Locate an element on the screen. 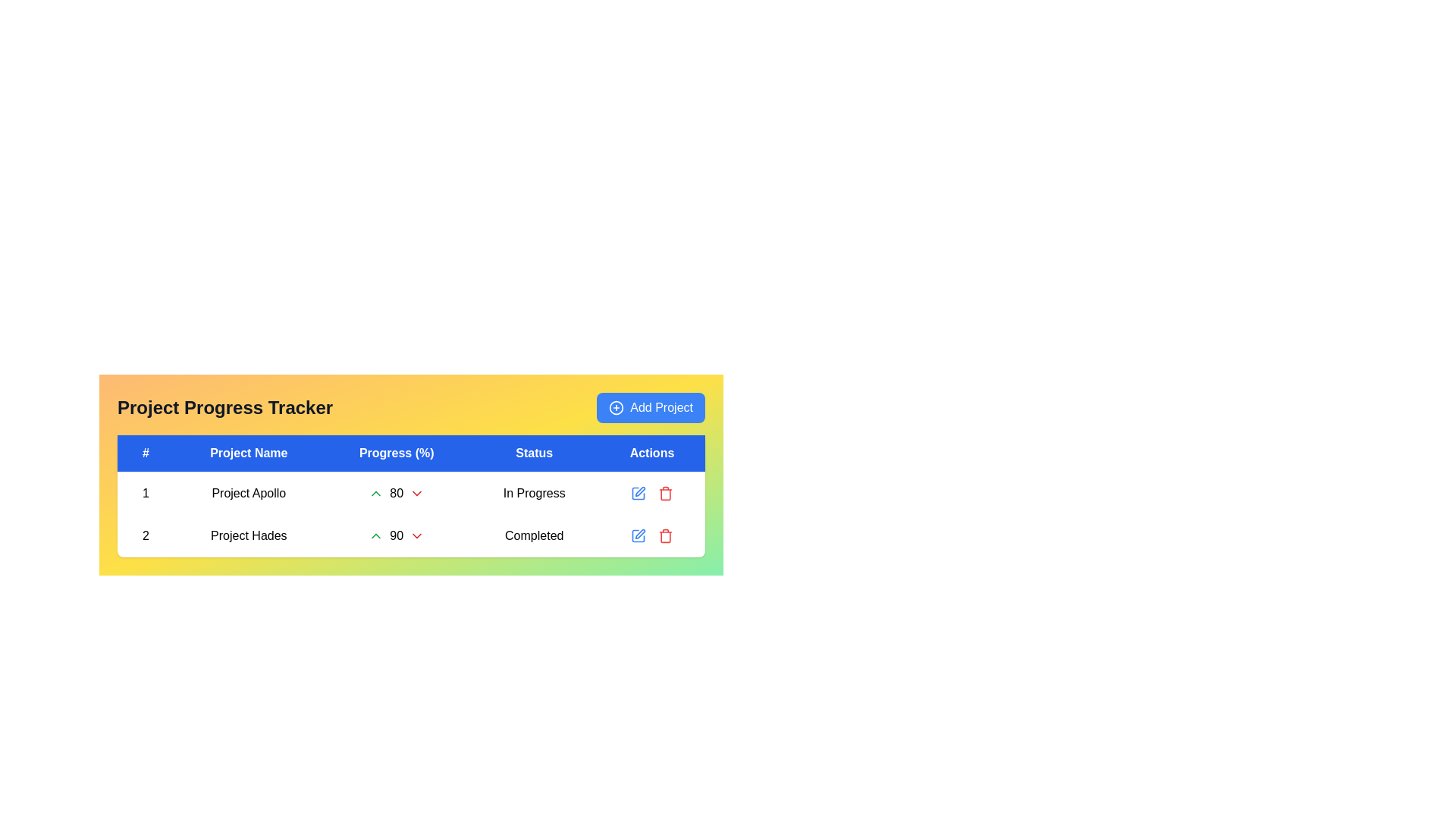 The width and height of the screenshot is (1456, 819). the 'In Progress' text label in the 'Status' column of the 'Project Progress Tracker' table is located at coordinates (534, 493).